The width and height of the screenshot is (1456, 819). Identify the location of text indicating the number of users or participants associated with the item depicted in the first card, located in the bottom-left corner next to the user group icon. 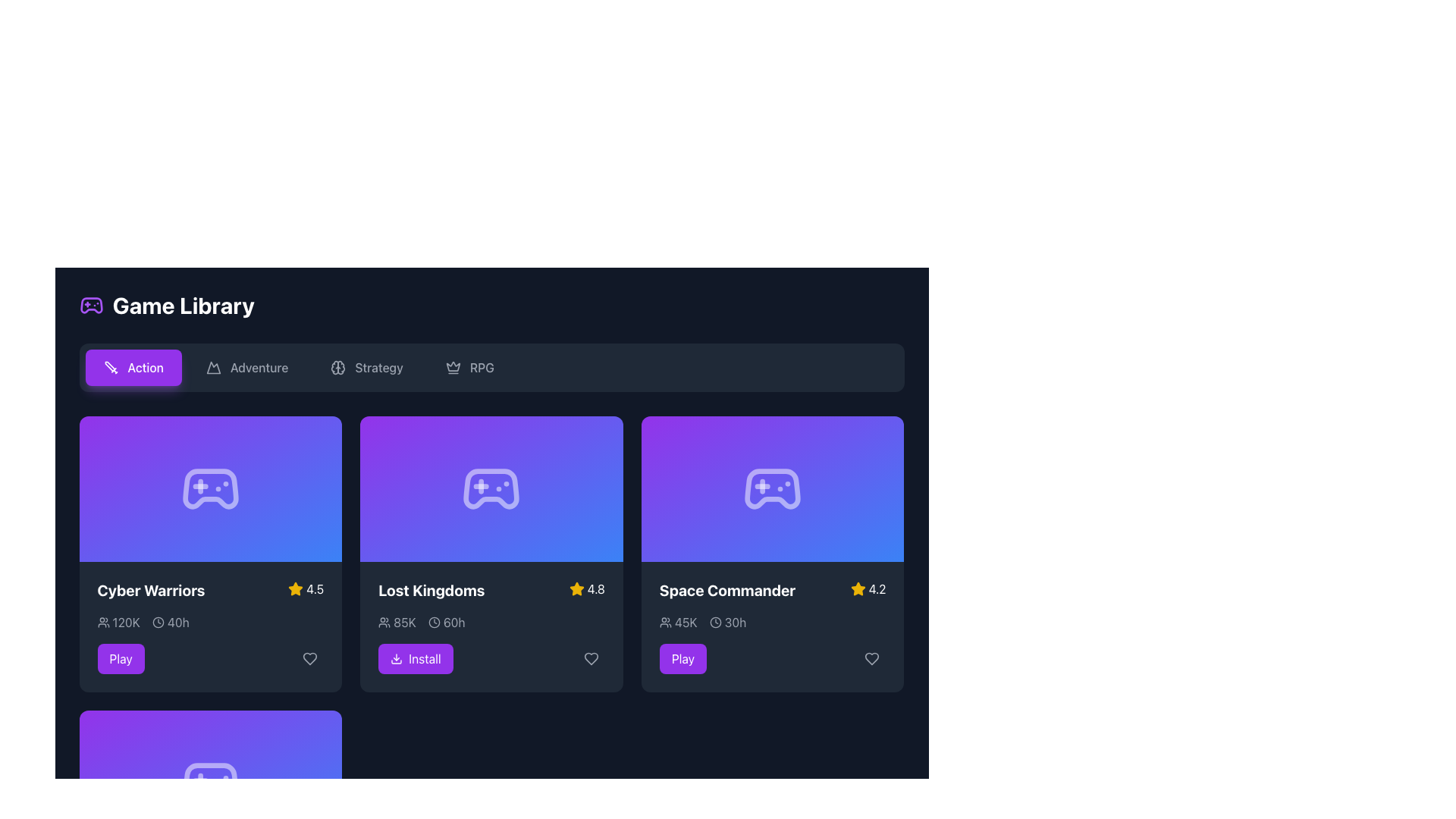
(126, 623).